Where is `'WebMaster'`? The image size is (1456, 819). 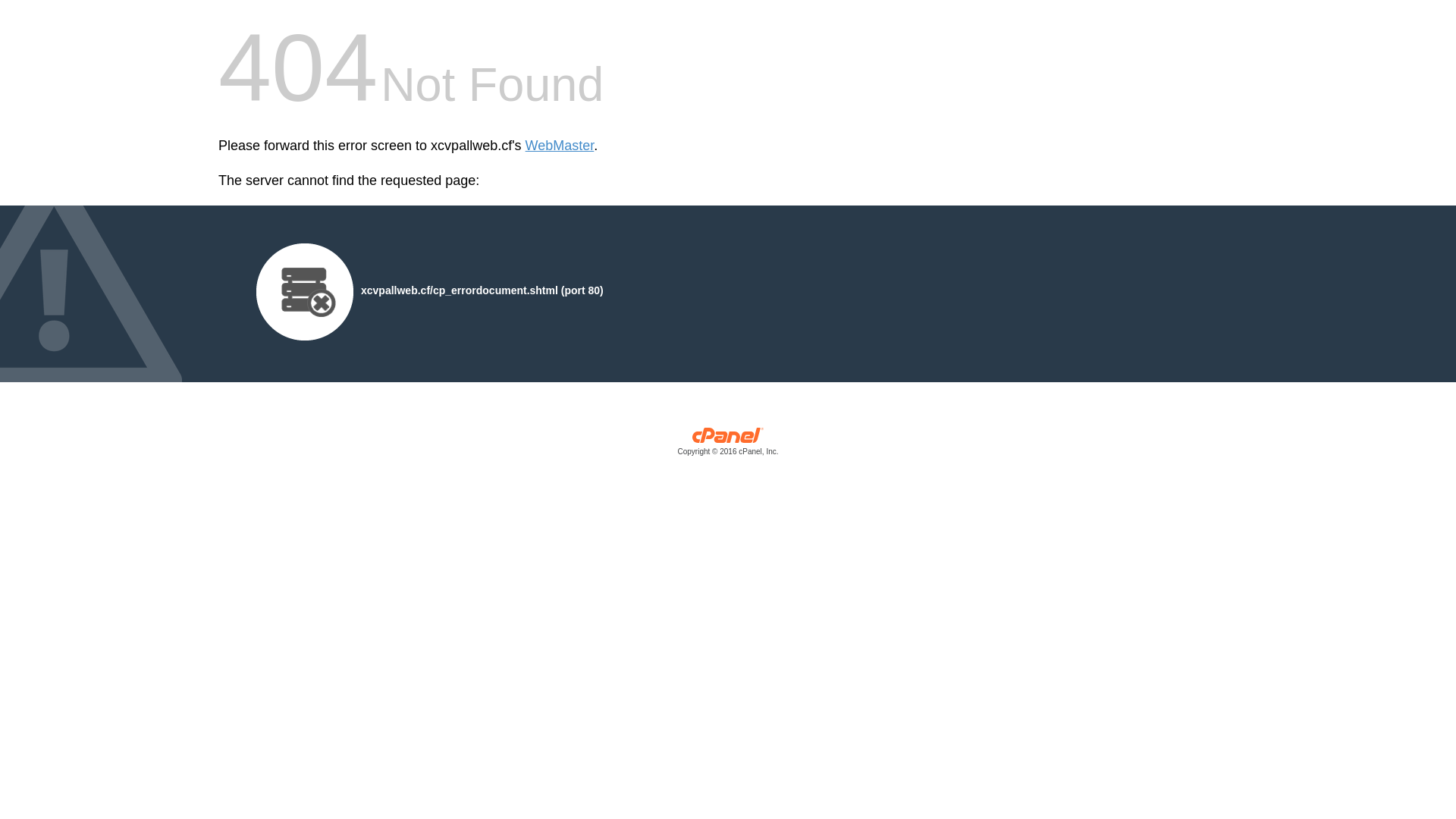
'WebMaster' is located at coordinates (559, 146).